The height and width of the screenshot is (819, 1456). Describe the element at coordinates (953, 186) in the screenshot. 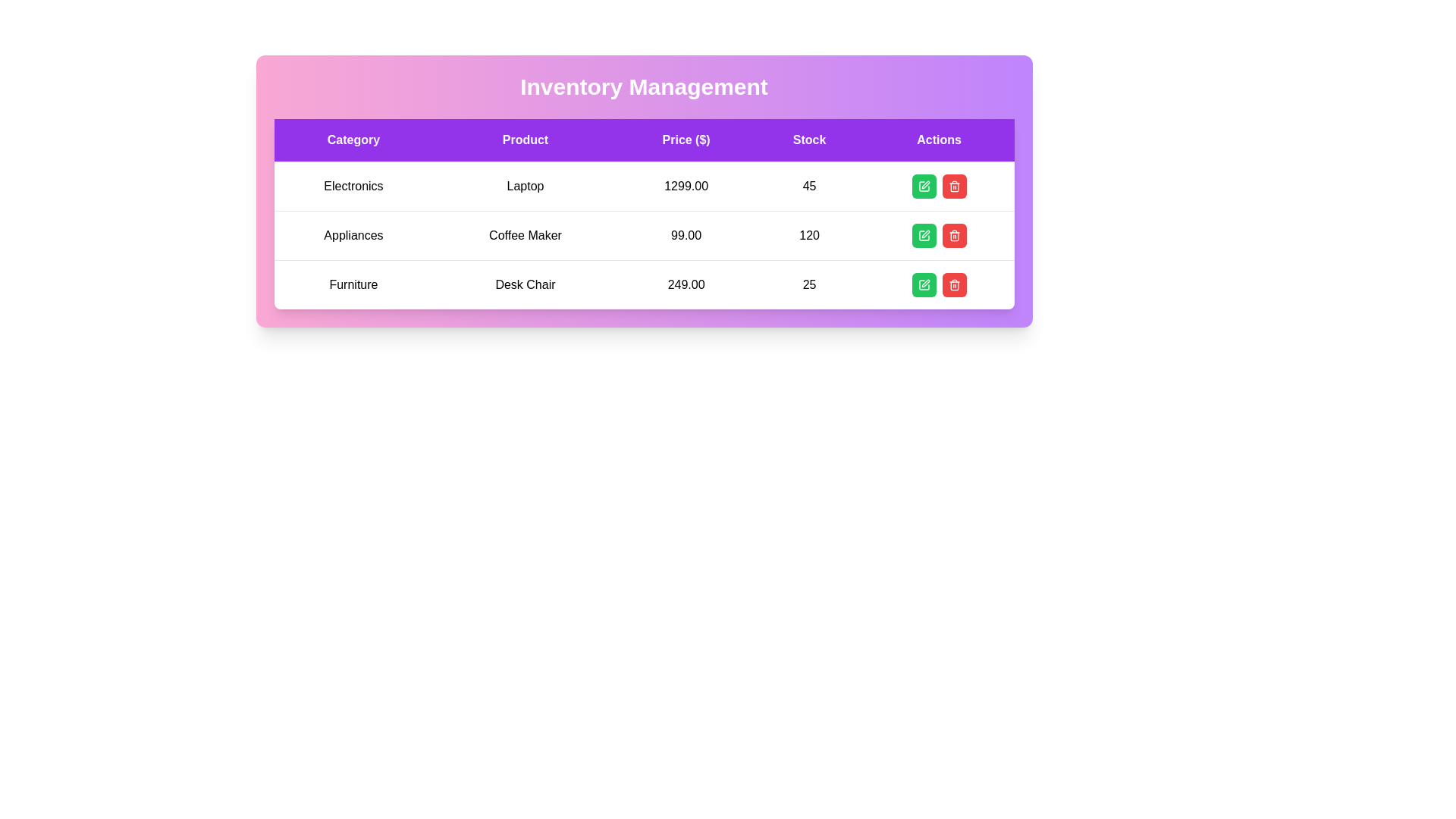

I see `the red button with a trash icon located in the 'Actions' column of the table` at that location.